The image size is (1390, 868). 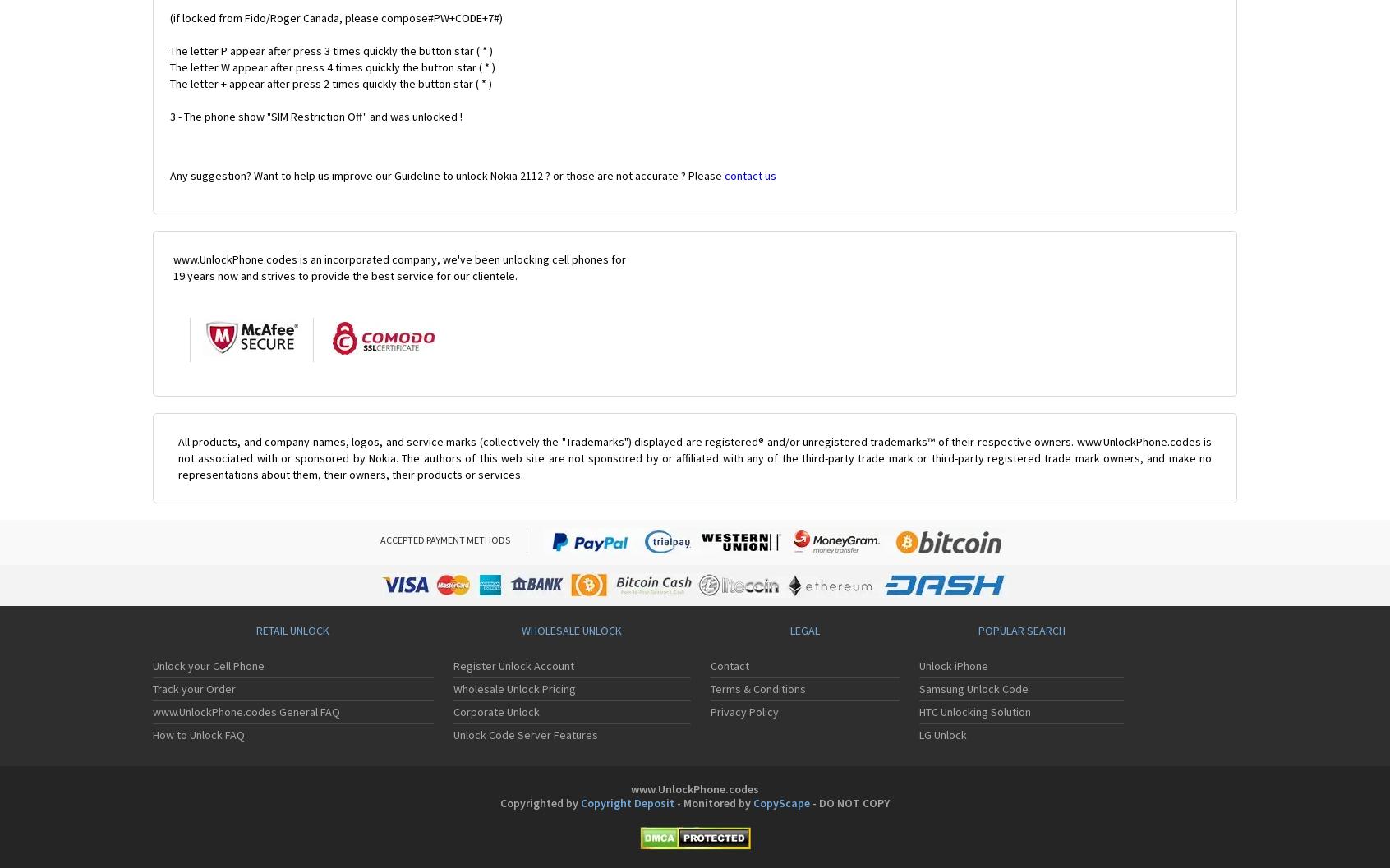 I want to click on '- DO NOT COPY', so click(x=849, y=803).